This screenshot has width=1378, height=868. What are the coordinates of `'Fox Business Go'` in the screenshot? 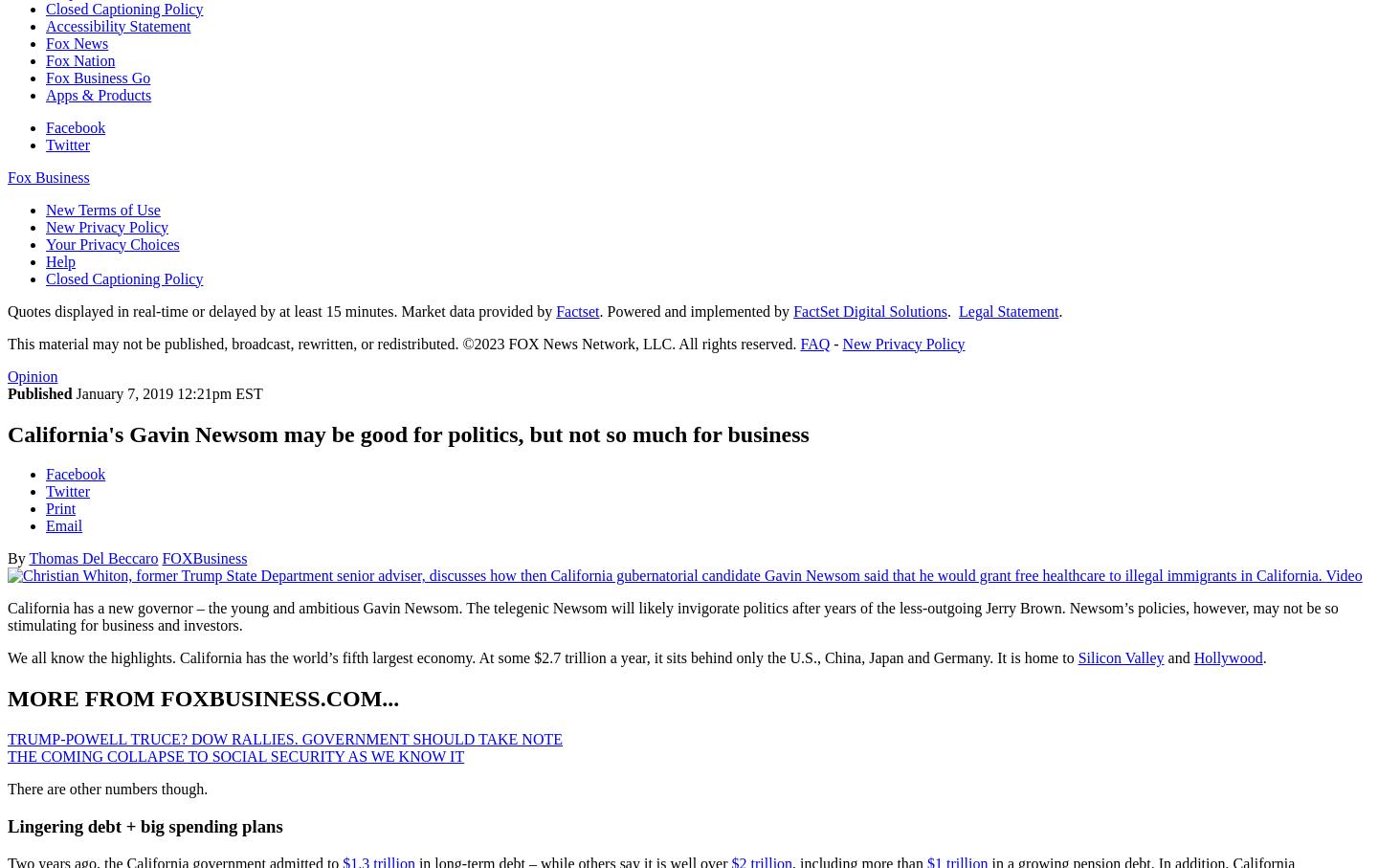 It's located at (98, 77).